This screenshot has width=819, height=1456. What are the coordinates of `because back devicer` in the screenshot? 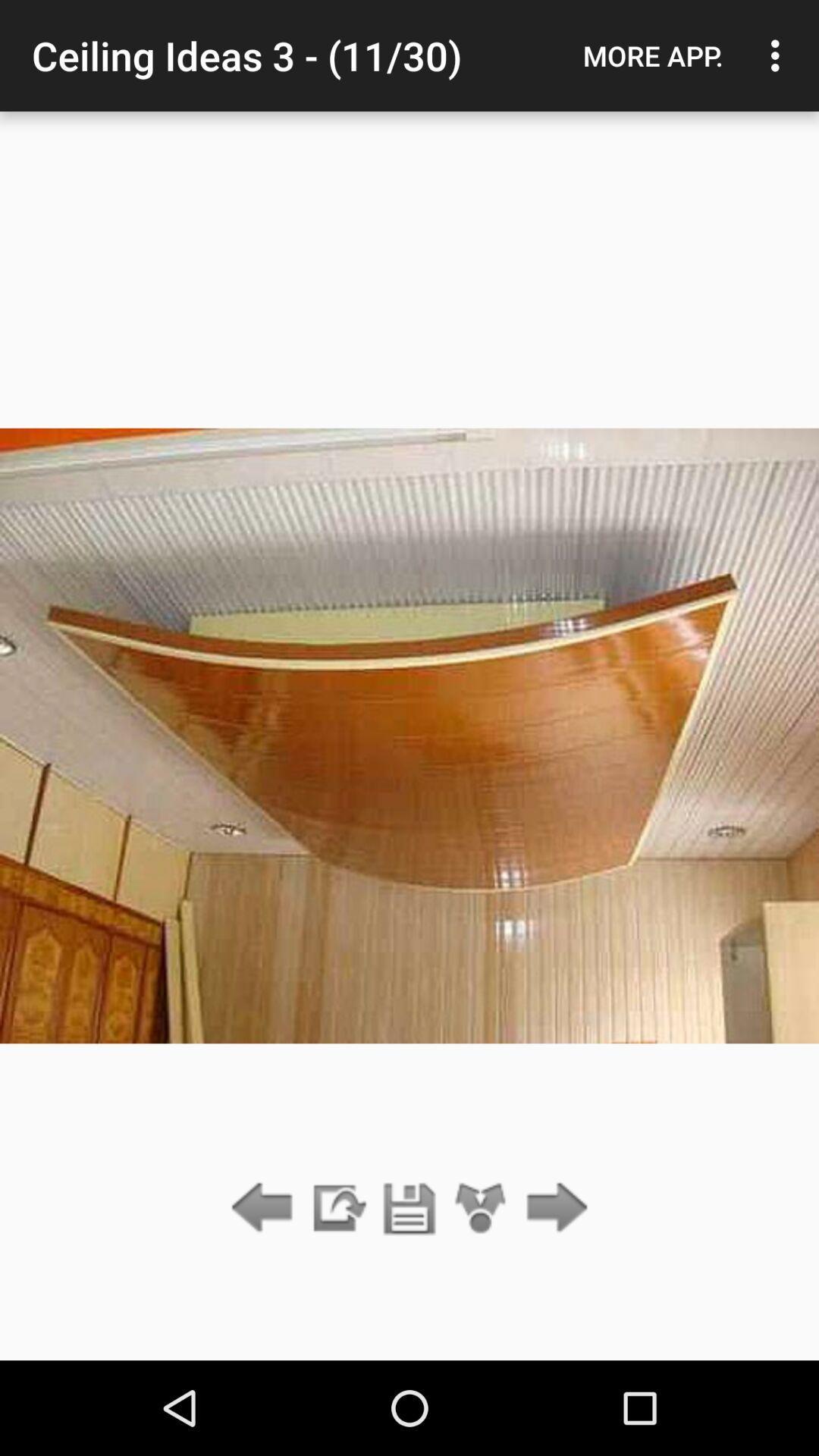 It's located at (553, 1208).